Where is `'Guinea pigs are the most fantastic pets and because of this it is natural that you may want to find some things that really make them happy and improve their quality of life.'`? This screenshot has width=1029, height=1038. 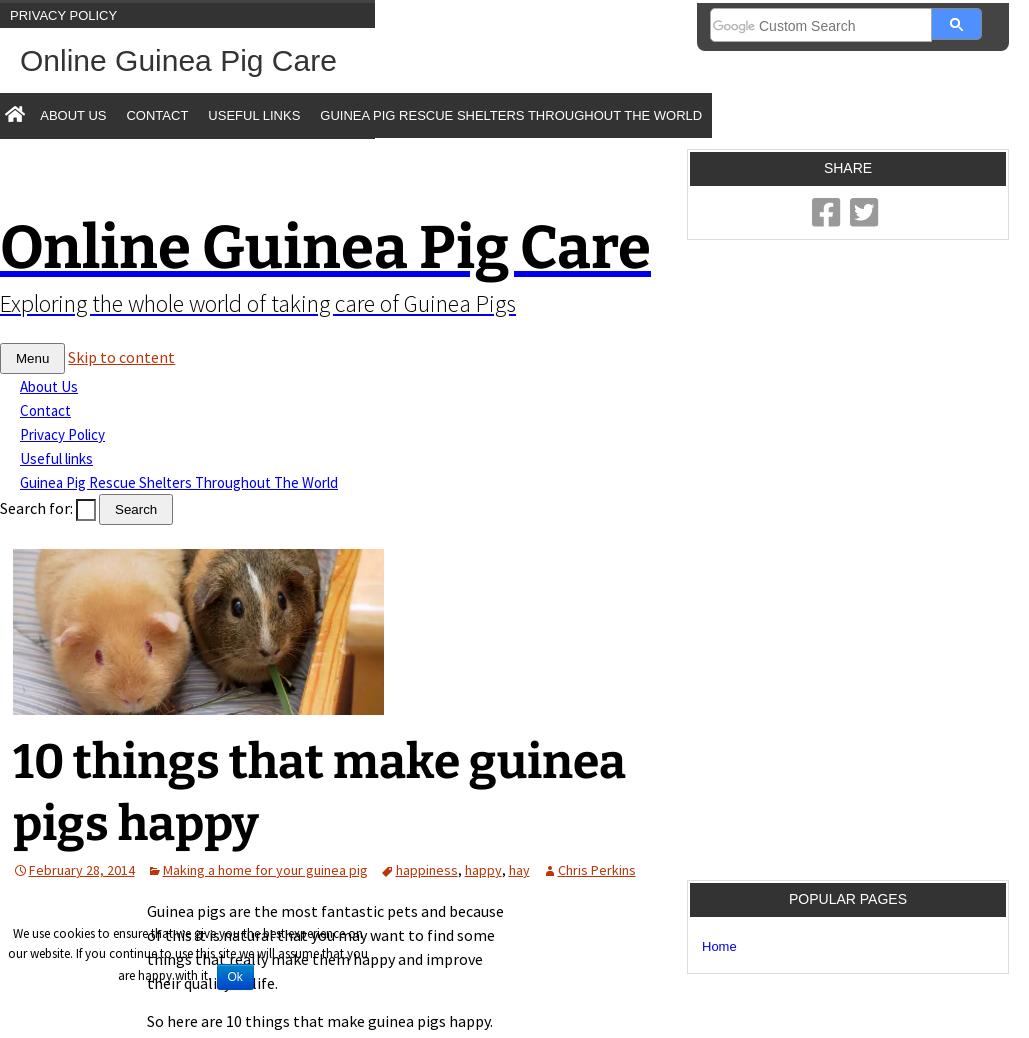 'Guinea pigs are the most fantastic pets and because of this it is natural that you may want to find some things that really make them happy and improve their quality of life.' is located at coordinates (145, 946).